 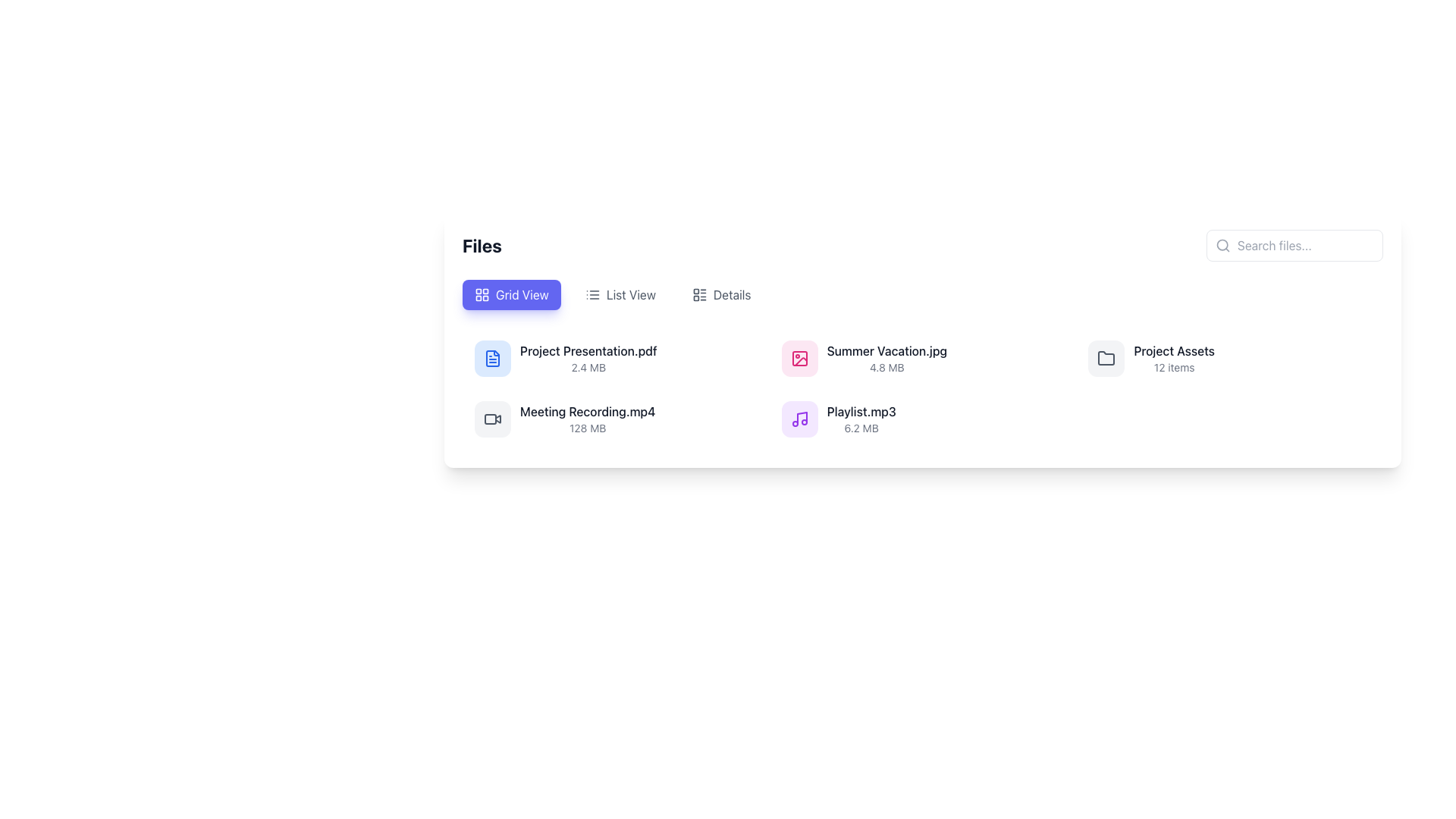 I want to click on text of the label displaying the file name 'Meeting Recording.mp4' and its size '128 MB' located in the second column of the file grid interface, so click(x=587, y=419).